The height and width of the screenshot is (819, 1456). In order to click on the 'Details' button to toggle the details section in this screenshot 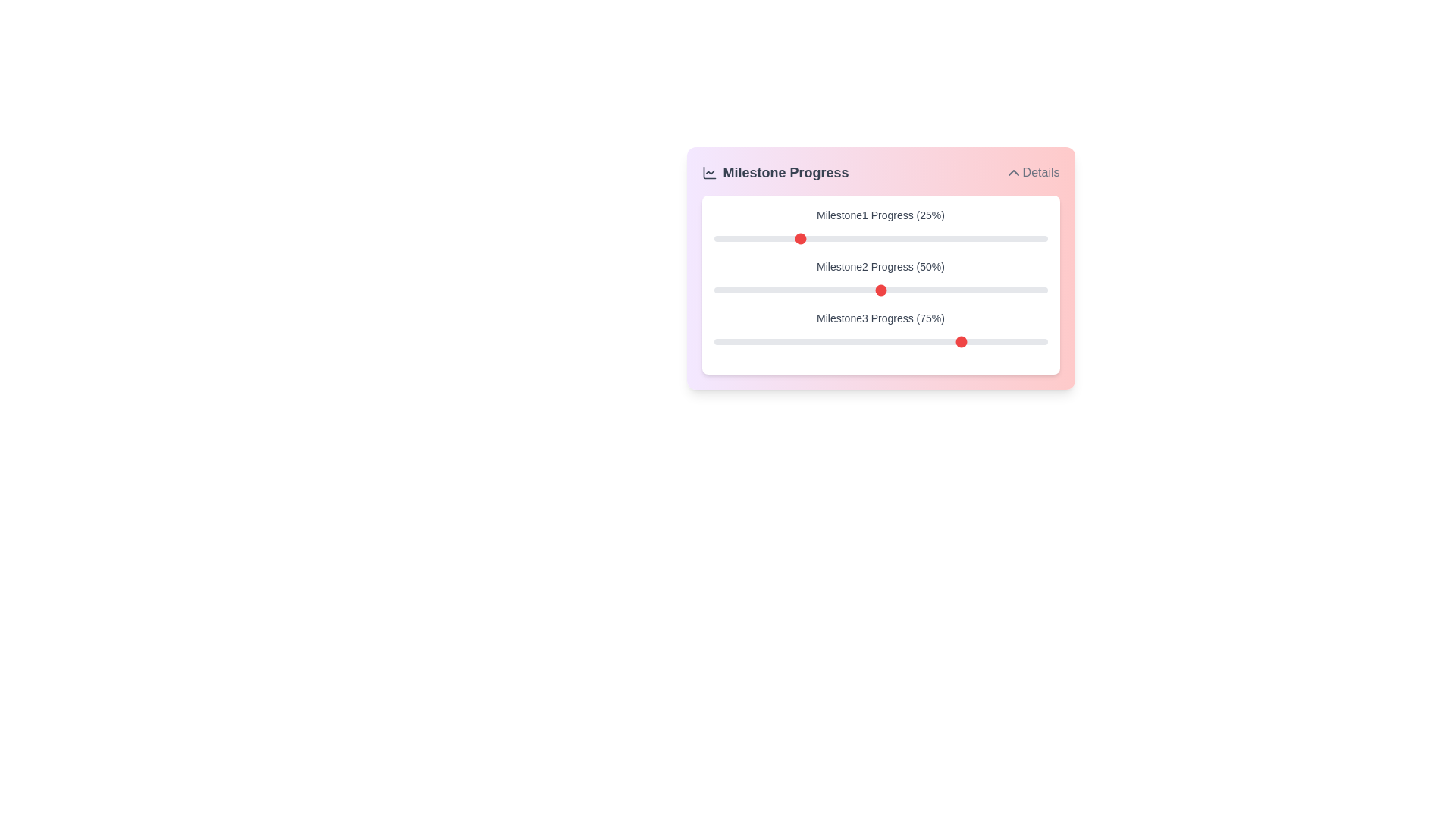, I will do `click(1031, 171)`.